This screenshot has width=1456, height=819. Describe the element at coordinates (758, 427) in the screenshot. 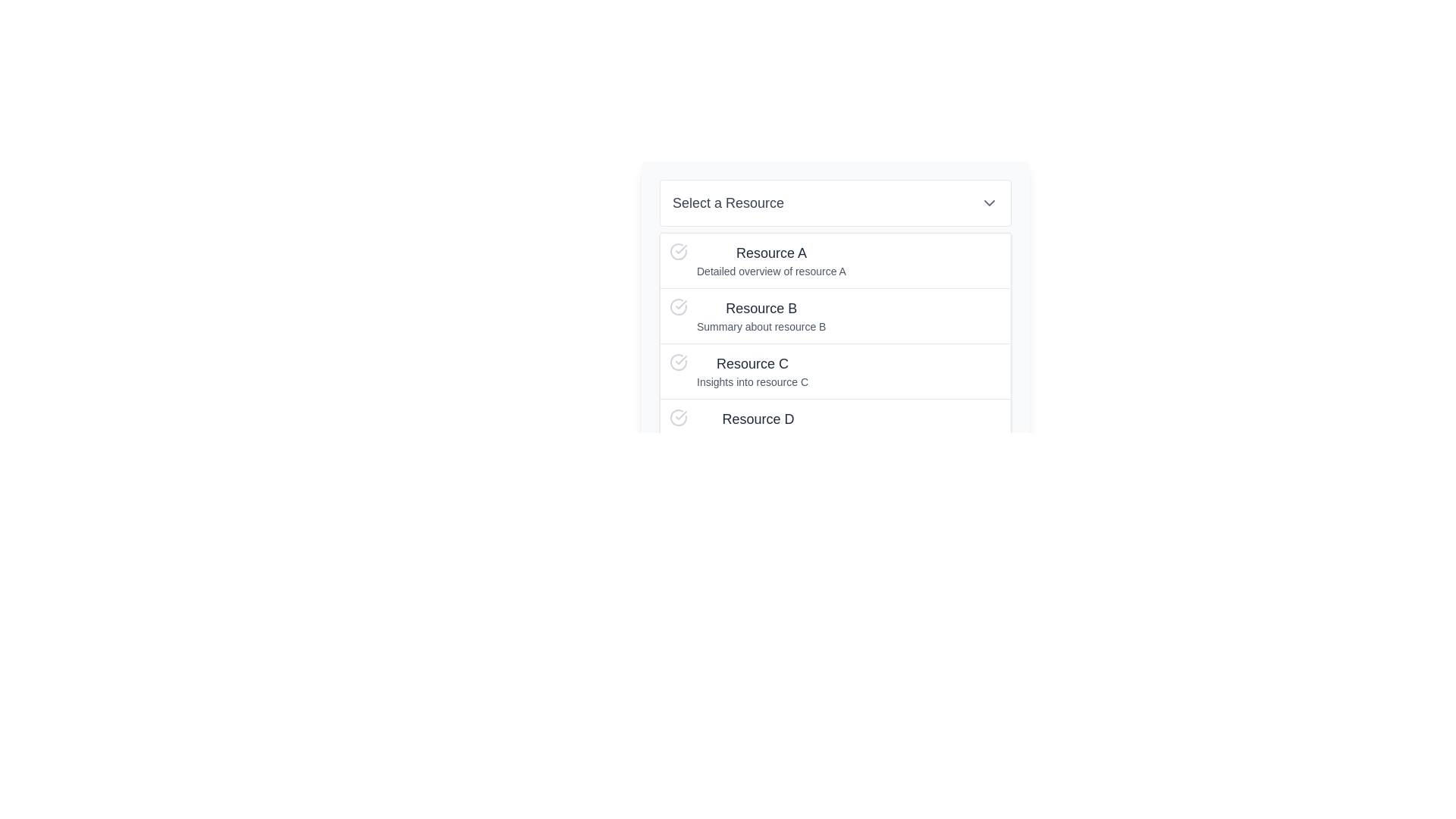

I see `text content of the static text block displaying the heading 'Resource D' and its description 'Information on resource D', which is the fourth entry in the resource list` at that location.